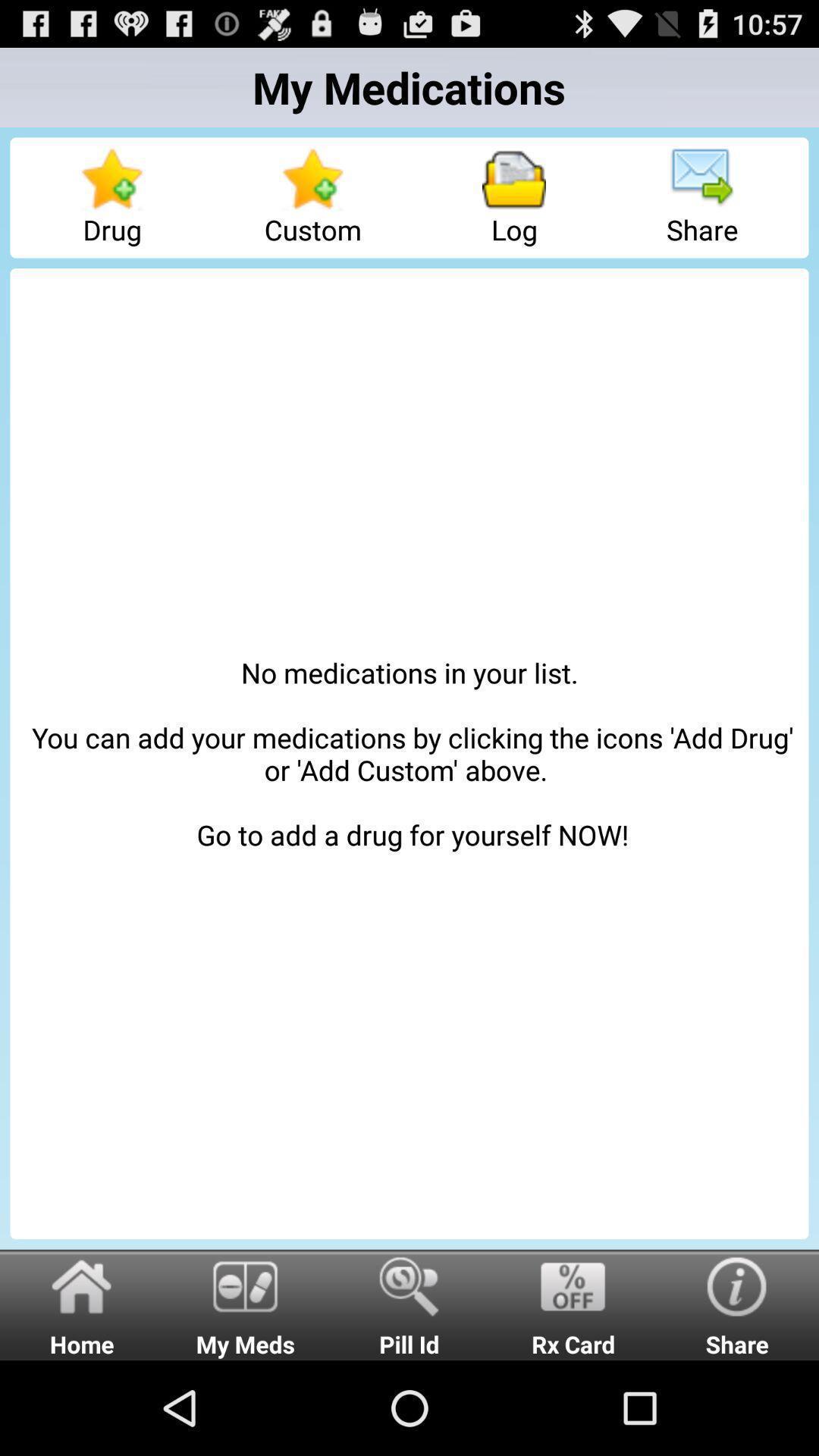  What do you see at coordinates (409, 1304) in the screenshot?
I see `icon at the bottom` at bounding box center [409, 1304].